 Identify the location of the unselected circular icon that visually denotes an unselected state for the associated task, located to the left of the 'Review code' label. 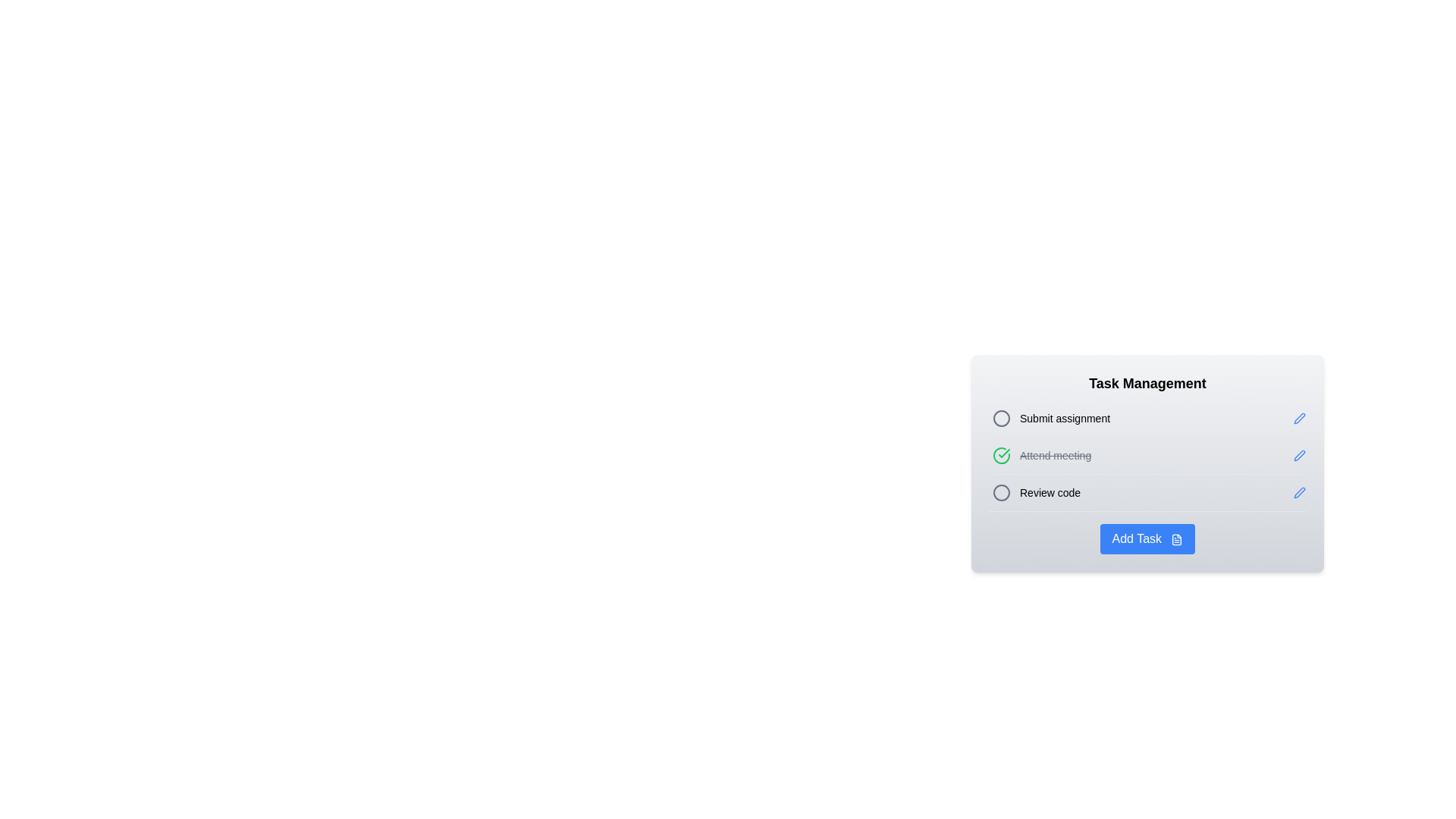
(1001, 493).